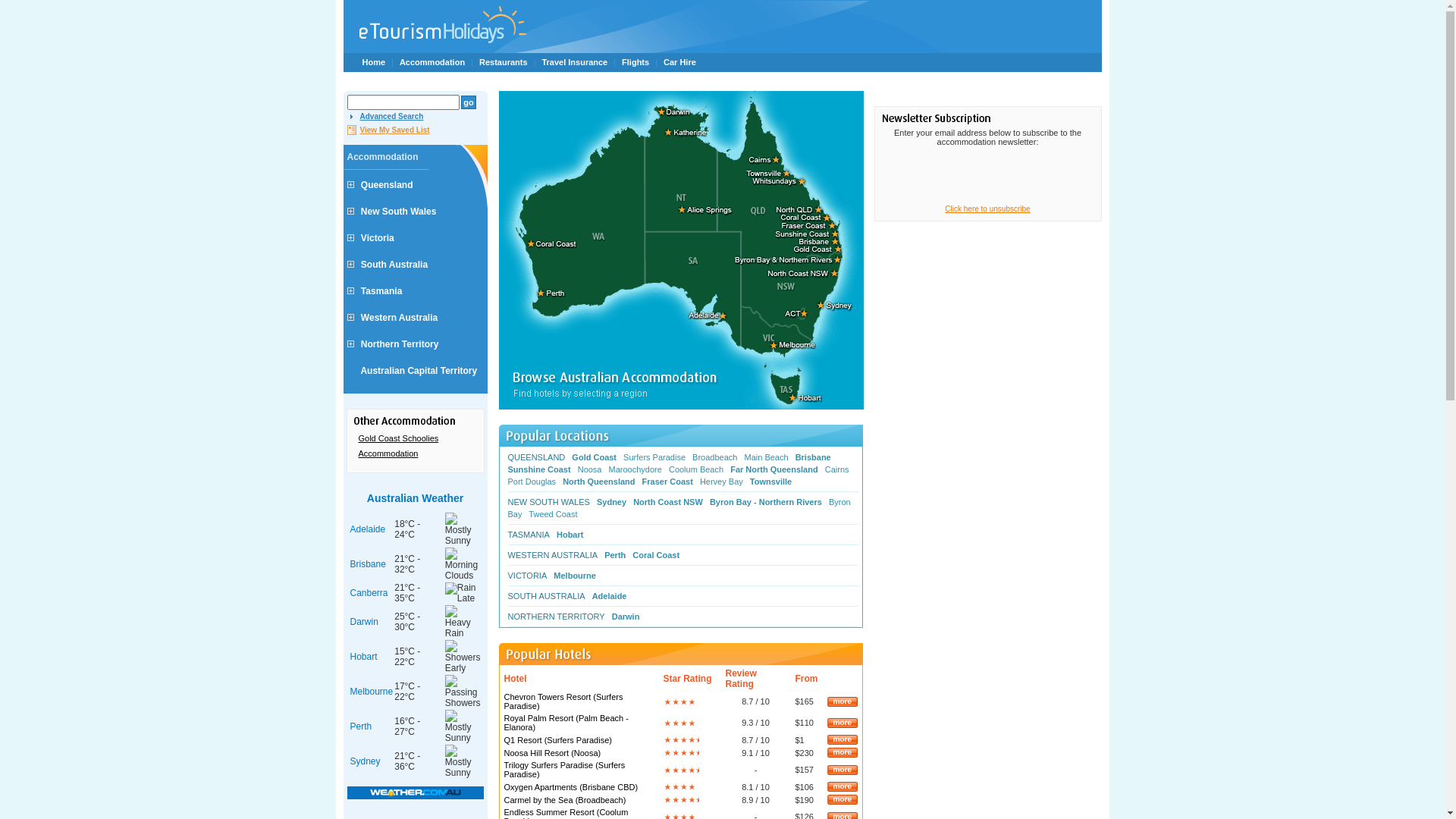 This screenshot has width=1456, height=819. Describe the element at coordinates (419, 371) in the screenshot. I see `'Australian Capital Territory'` at that location.